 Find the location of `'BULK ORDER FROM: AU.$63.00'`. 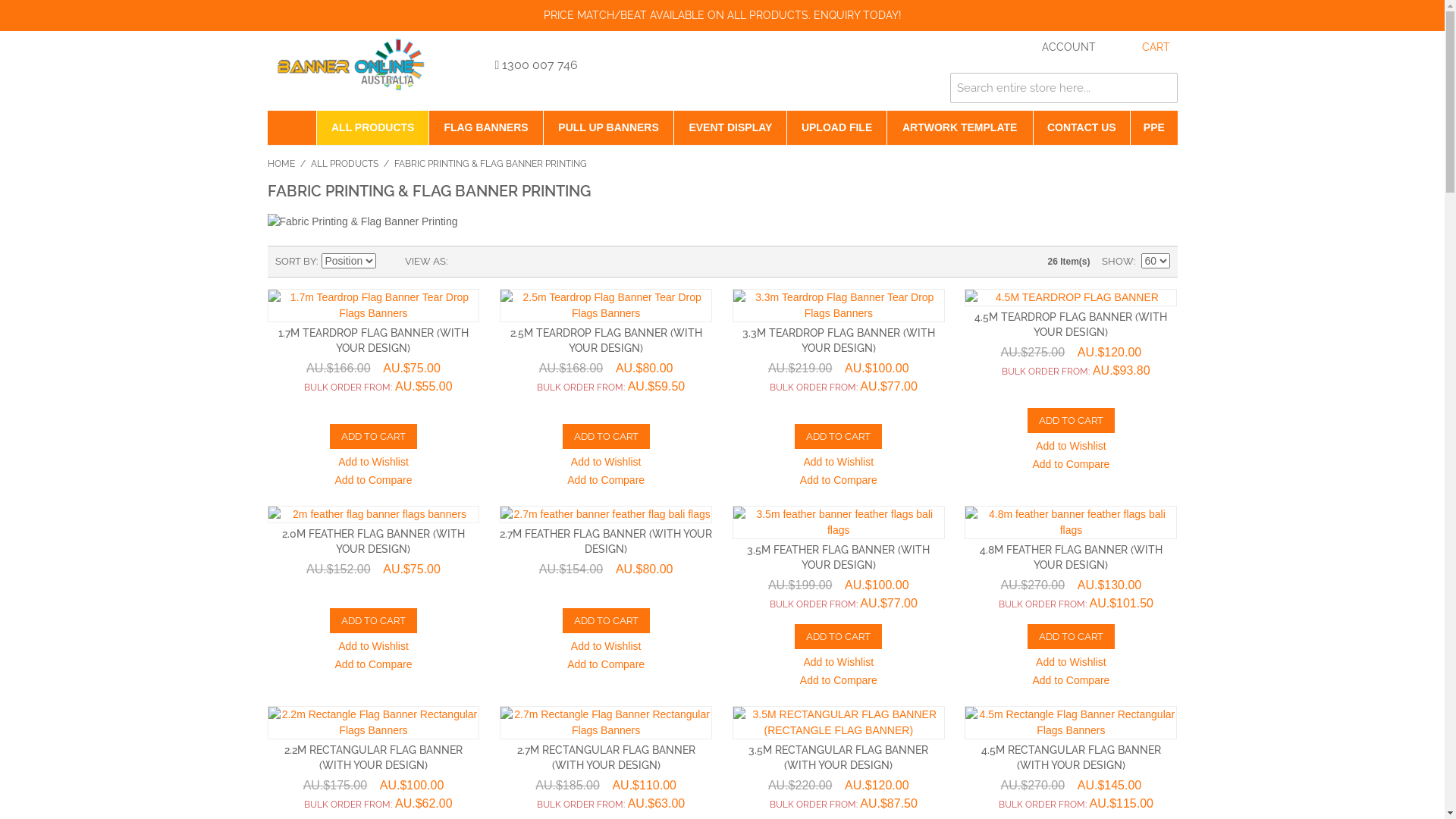

'BULK ORDER FROM: AU.$63.00' is located at coordinates (604, 803).